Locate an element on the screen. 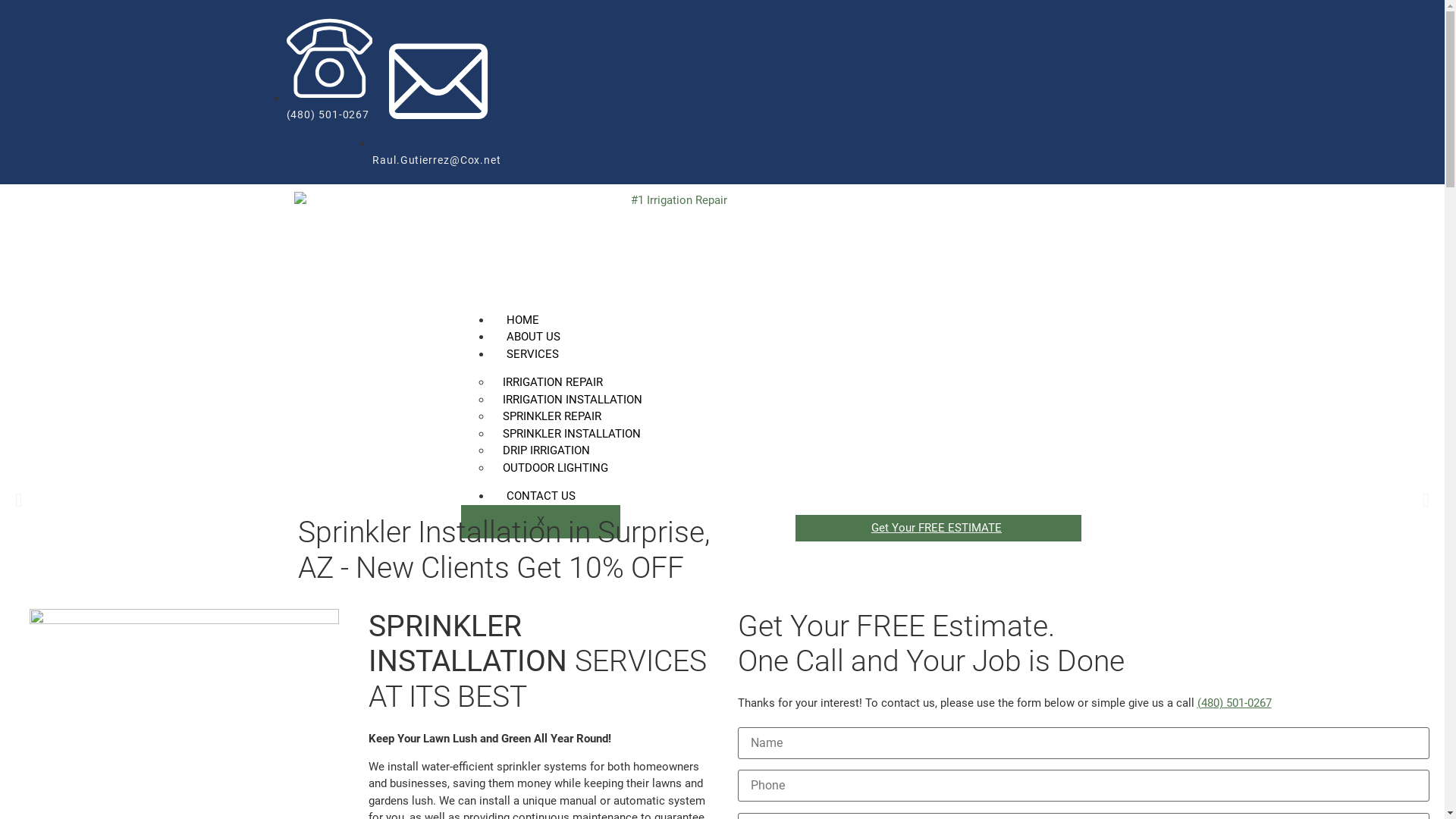 The width and height of the screenshot is (1456, 819). 'SPRINKLER REPAIR' is located at coordinates (551, 416).